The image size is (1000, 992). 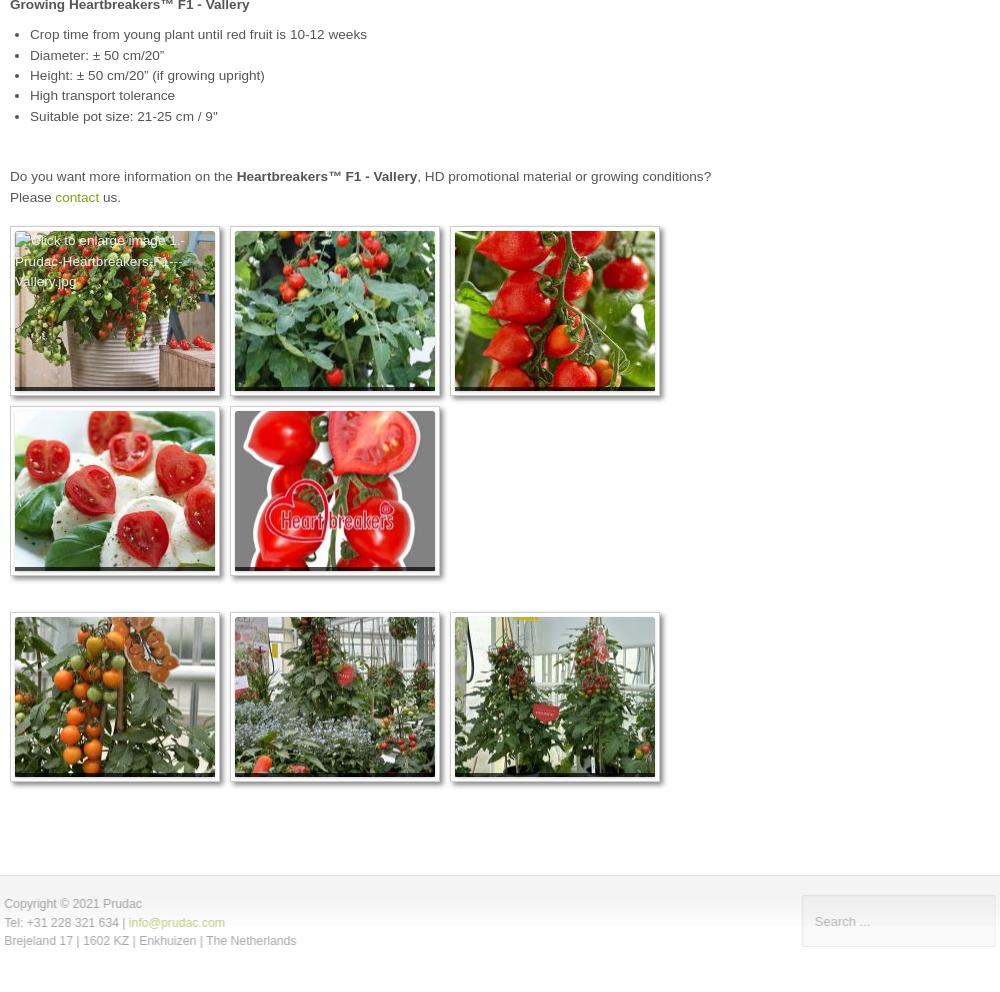 What do you see at coordinates (98, 195) in the screenshot?
I see `'us.'` at bounding box center [98, 195].